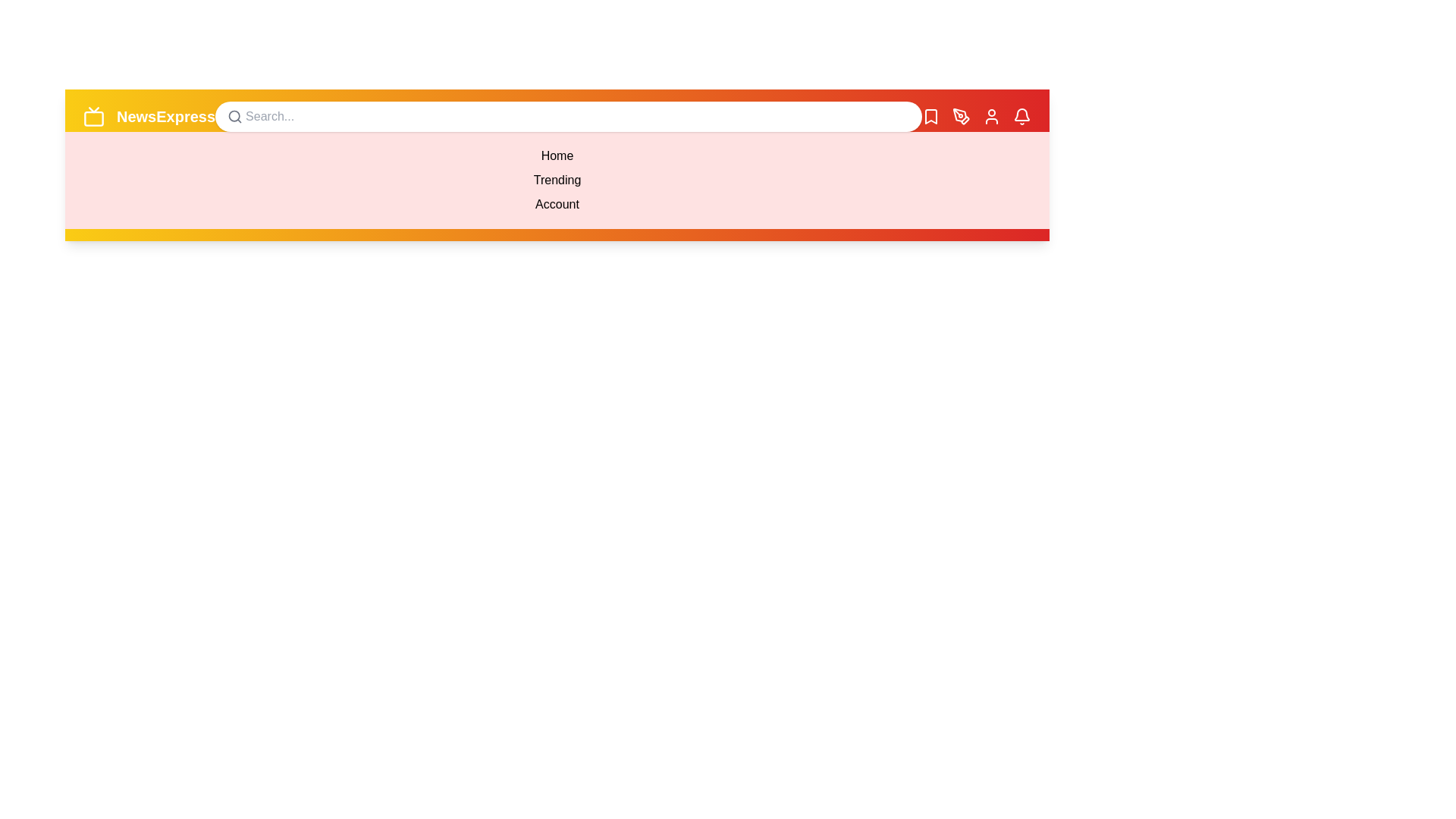 This screenshot has height=819, width=1456. What do you see at coordinates (556, 155) in the screenshot?
I see `the menu item Home from the dropdown menu` at bounding box center [556, 155].